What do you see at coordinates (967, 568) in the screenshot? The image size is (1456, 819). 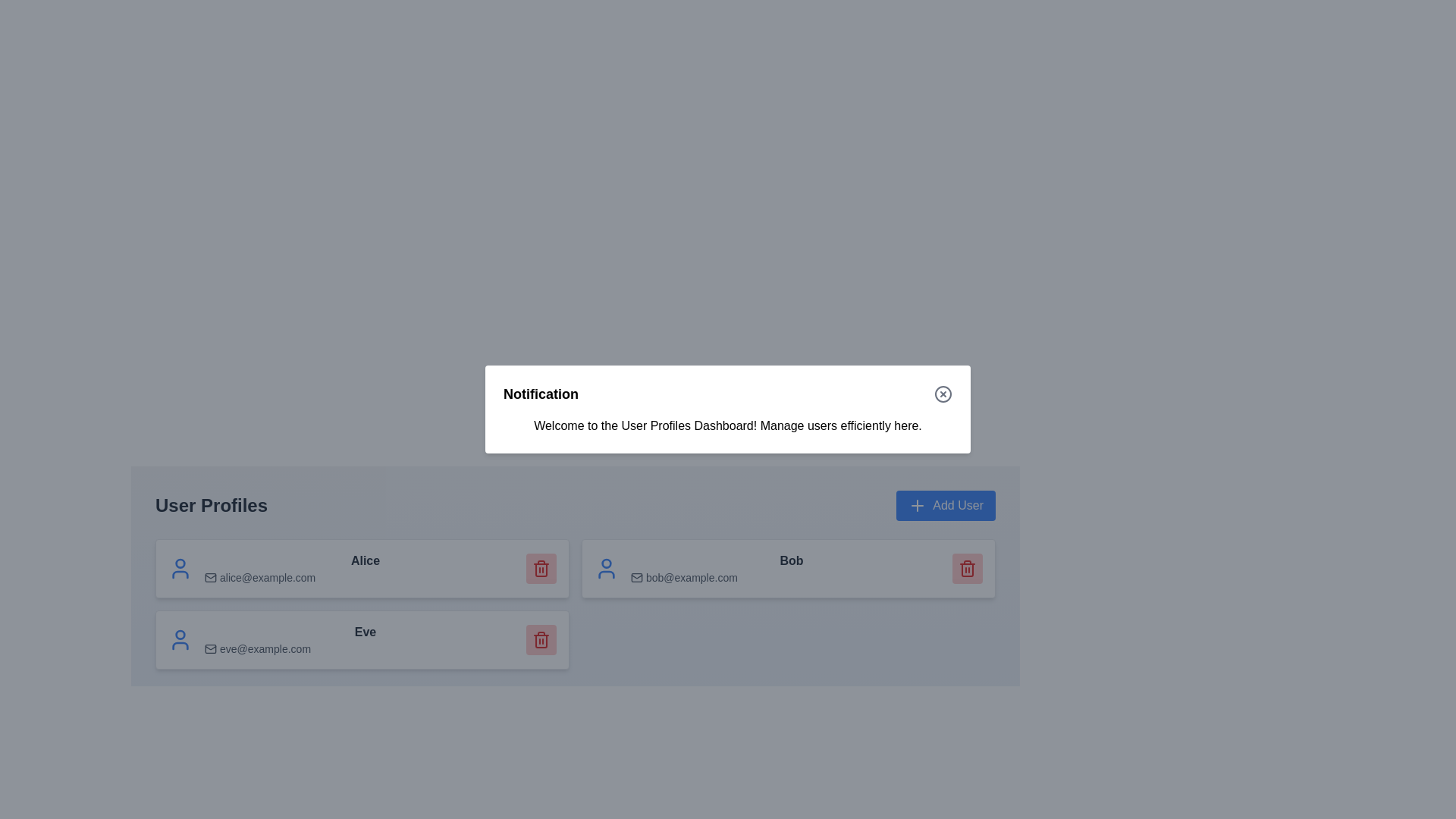 I see `the delete icon located at the far right of the user profile card for Bob to initiate the delete action` at bounding box center [967, 568].